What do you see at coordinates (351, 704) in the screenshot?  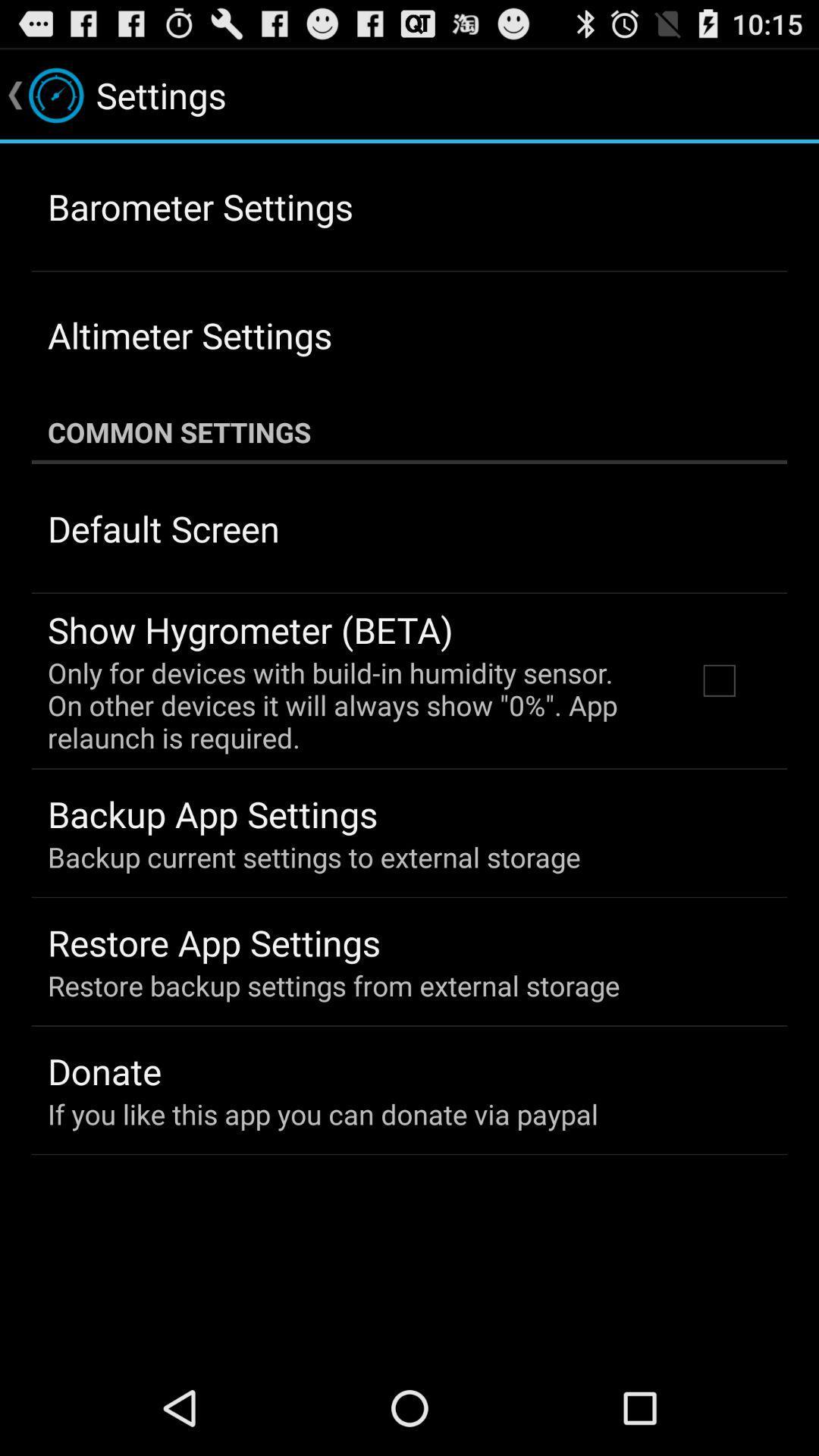 I see `the only for devices app` at bounding box center [351, 704].